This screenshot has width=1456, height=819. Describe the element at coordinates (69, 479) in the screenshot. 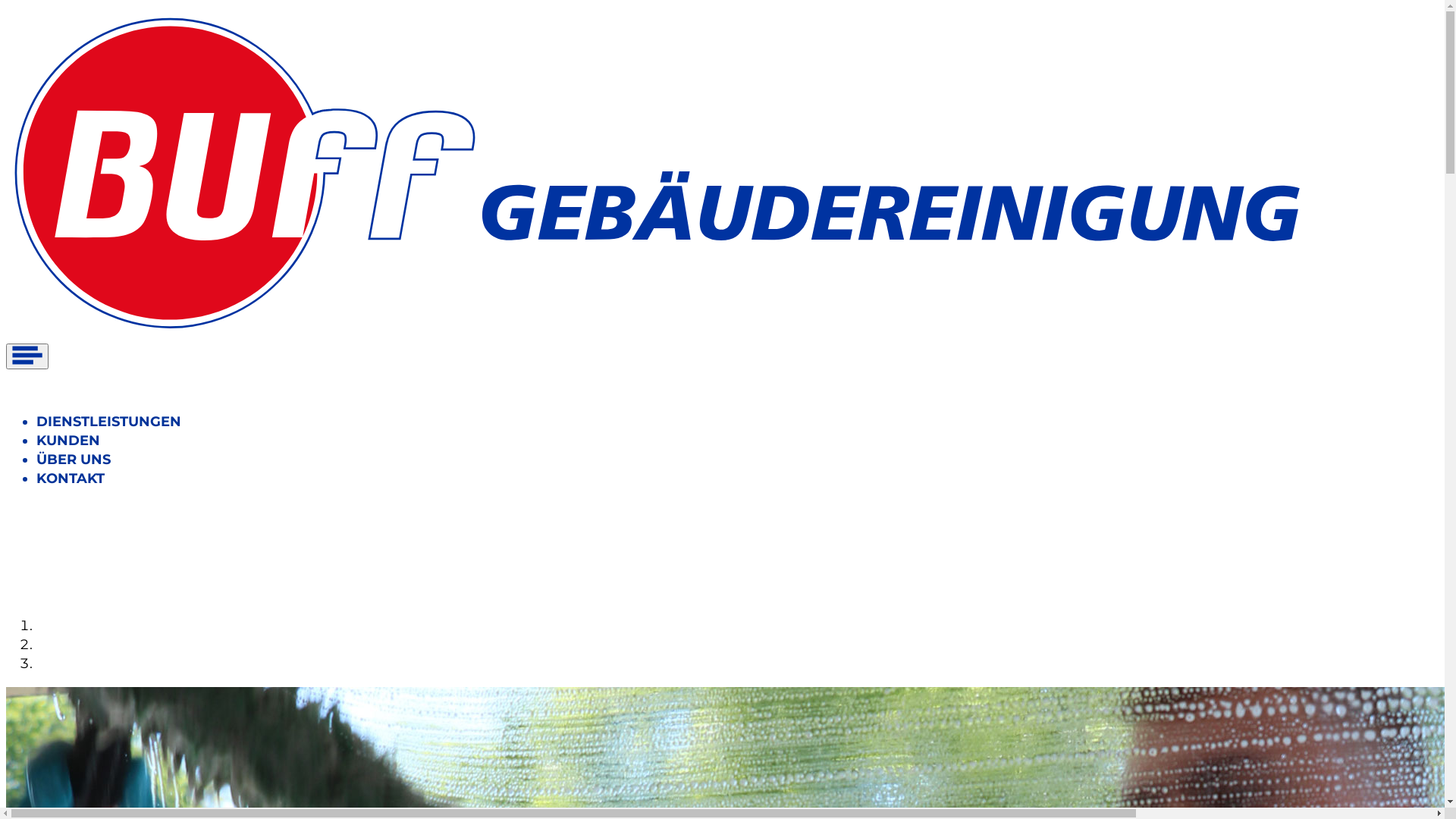

I see `'KONTAKT'` at that location.